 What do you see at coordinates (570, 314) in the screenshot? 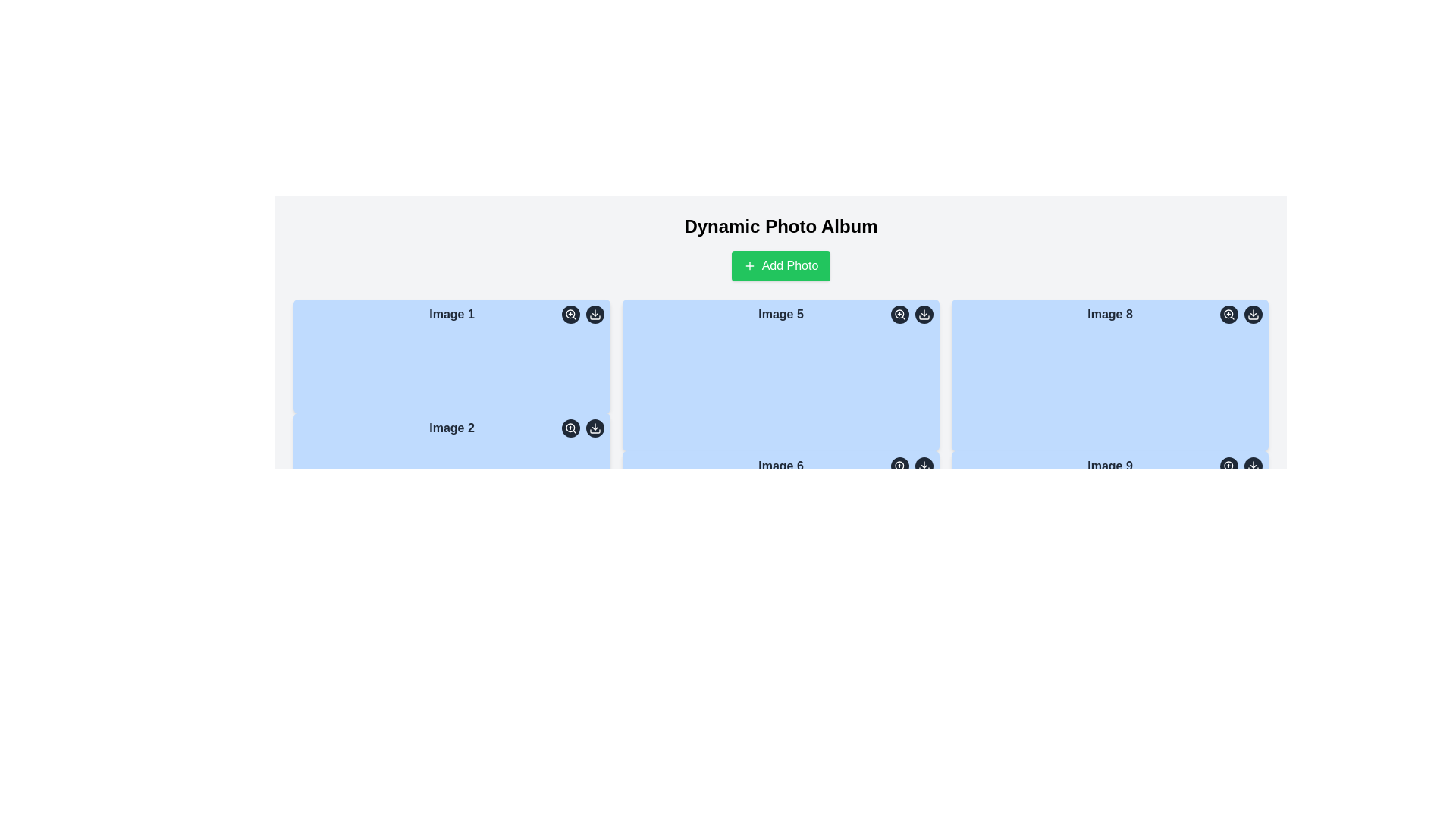
I see `the magnifying glass icon button located in the top-right corner of the first image block labeled 'Image 1' to zoom in on the associated image` at bounding box center [570, 314].